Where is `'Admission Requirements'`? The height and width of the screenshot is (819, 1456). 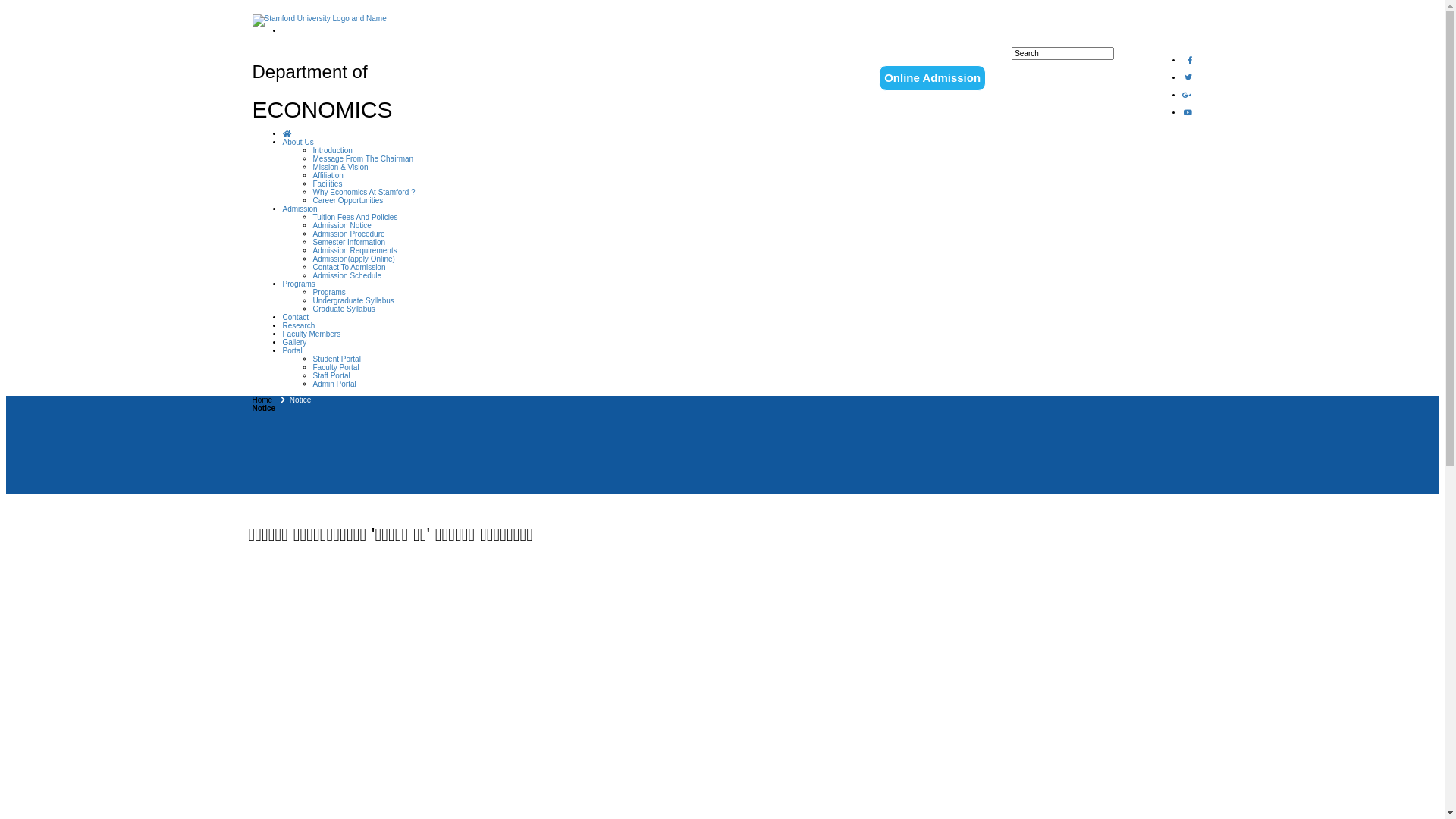 'Admission Requirements' is located at coordinates (312, 249).